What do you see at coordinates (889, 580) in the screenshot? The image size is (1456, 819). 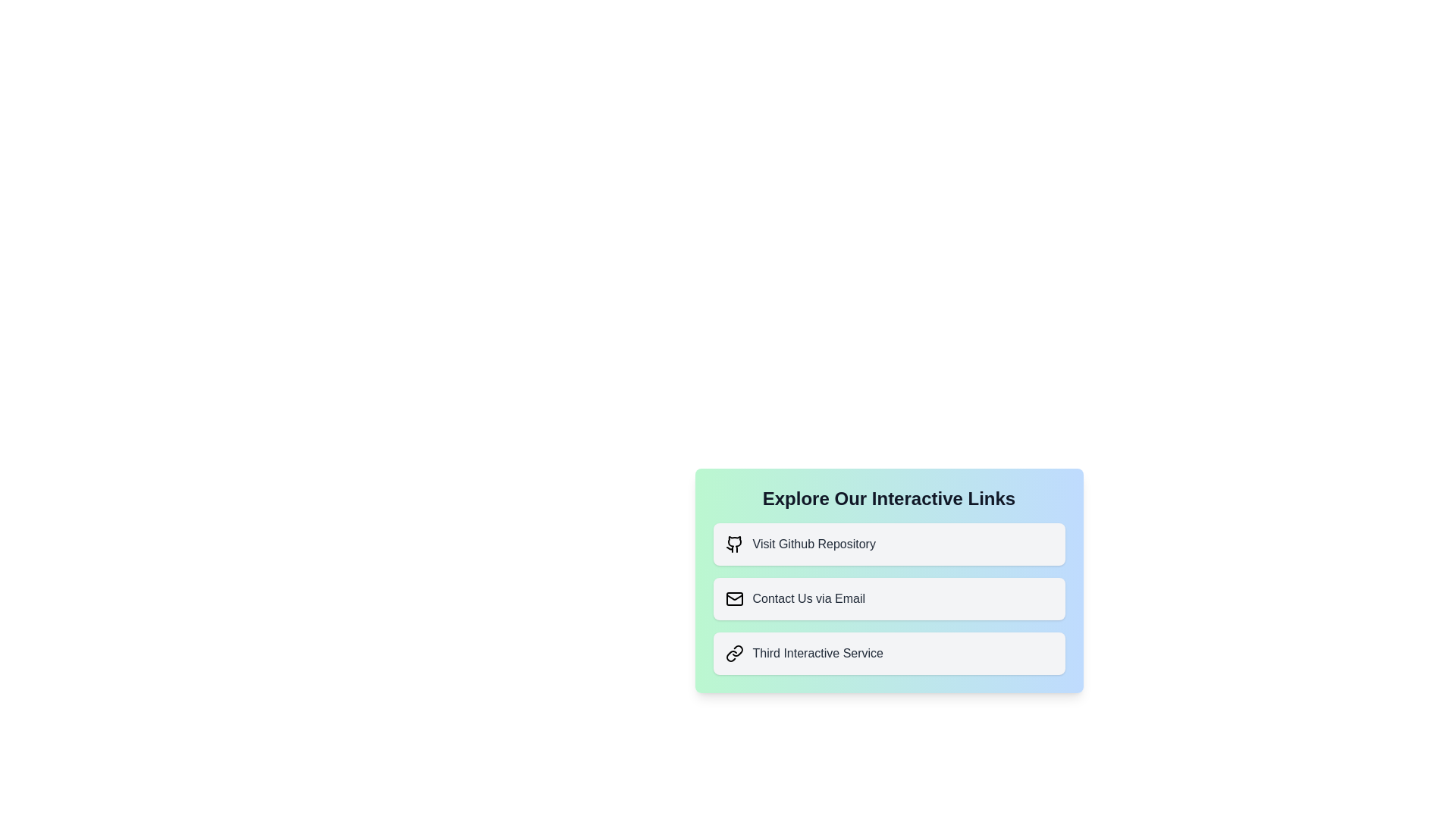 I see `the email communication button-like link located in the highlighted section 'Explore Our Interactive Links'` at bounding box center [889, 580].